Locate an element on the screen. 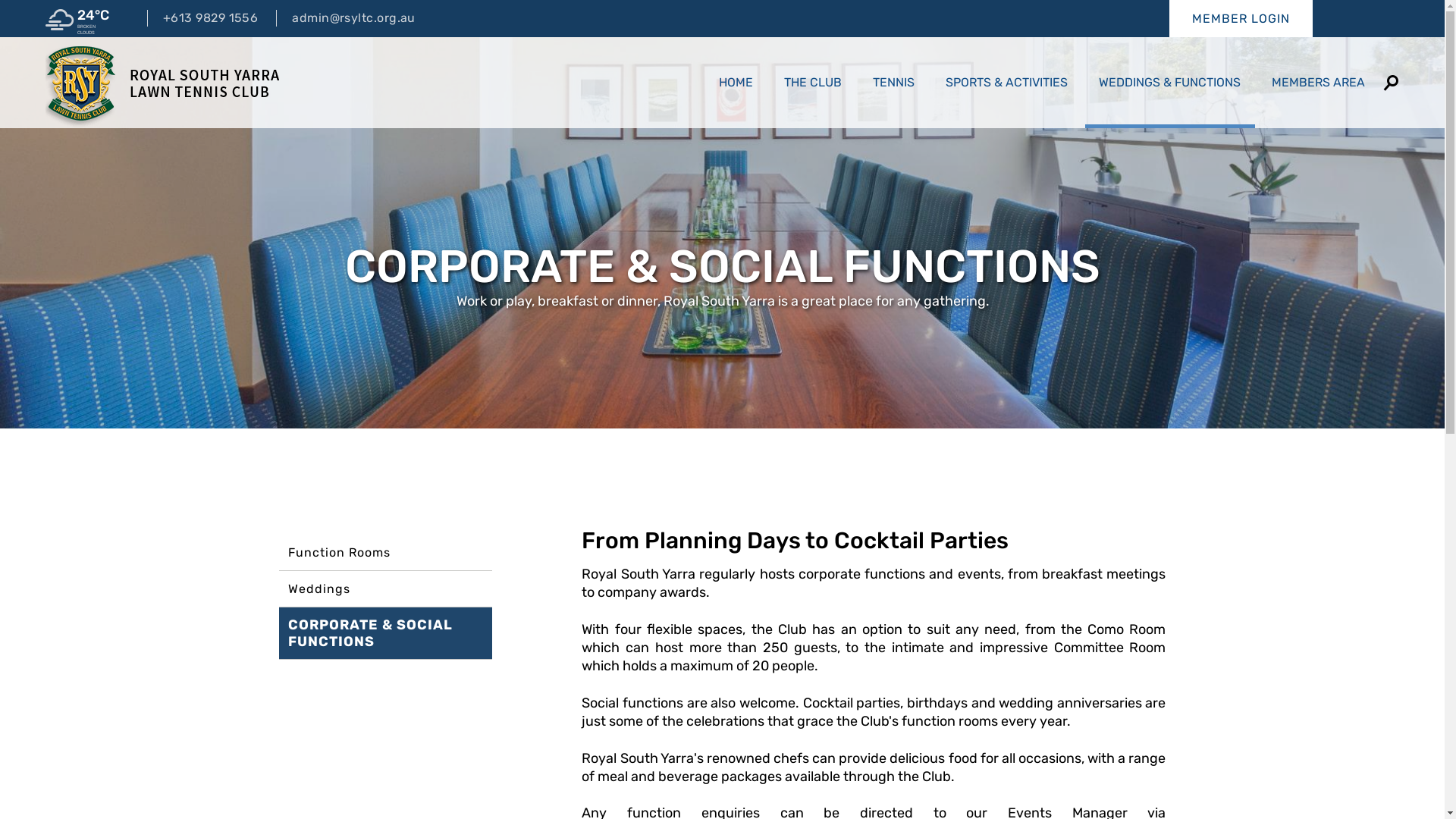 Image resolution: width=1456 pixels, height=819 pixels. 'HOME' is located at coordinates (736, 82).